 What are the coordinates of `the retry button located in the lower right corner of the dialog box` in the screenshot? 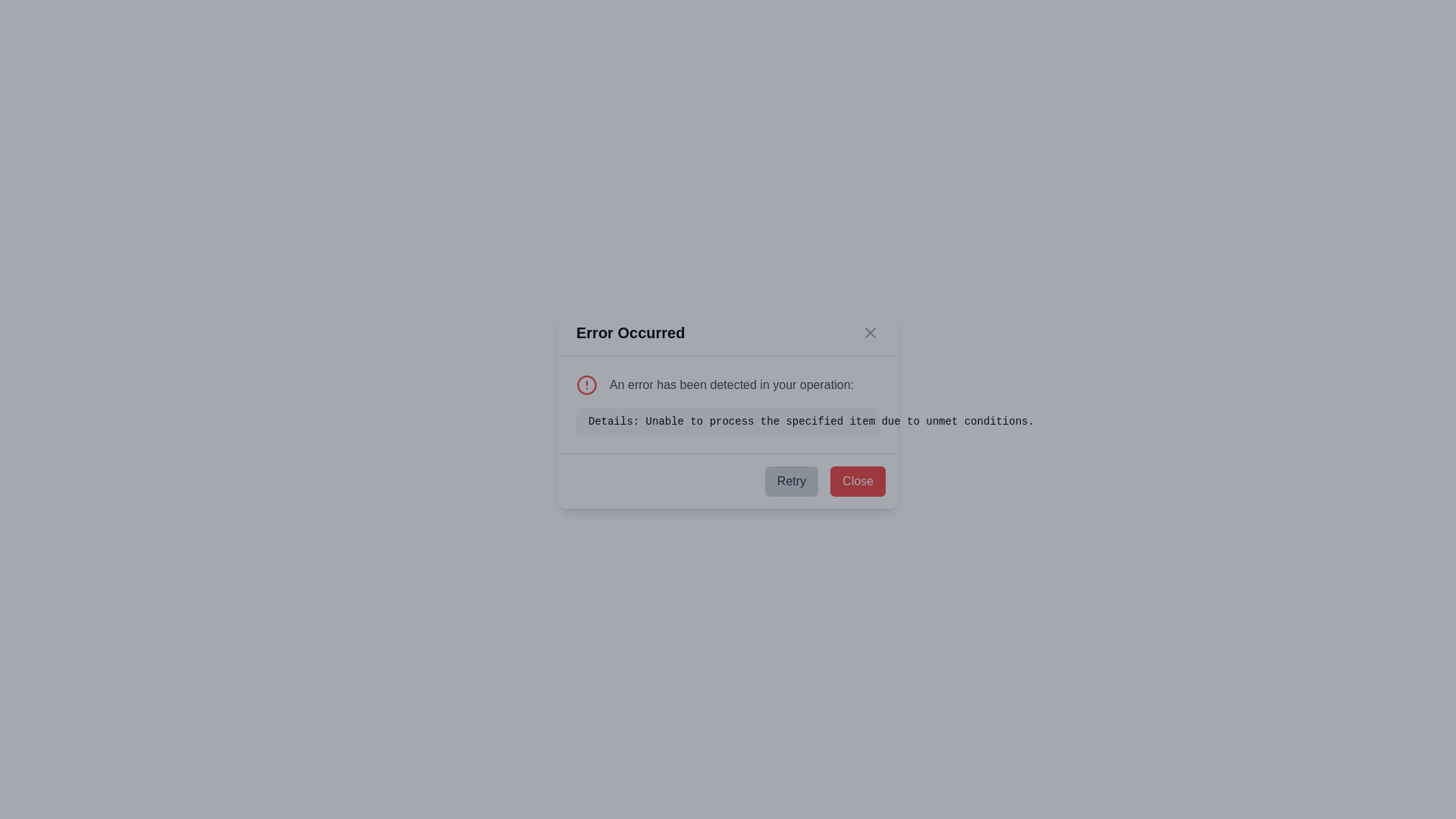 It's located at (790, 482).